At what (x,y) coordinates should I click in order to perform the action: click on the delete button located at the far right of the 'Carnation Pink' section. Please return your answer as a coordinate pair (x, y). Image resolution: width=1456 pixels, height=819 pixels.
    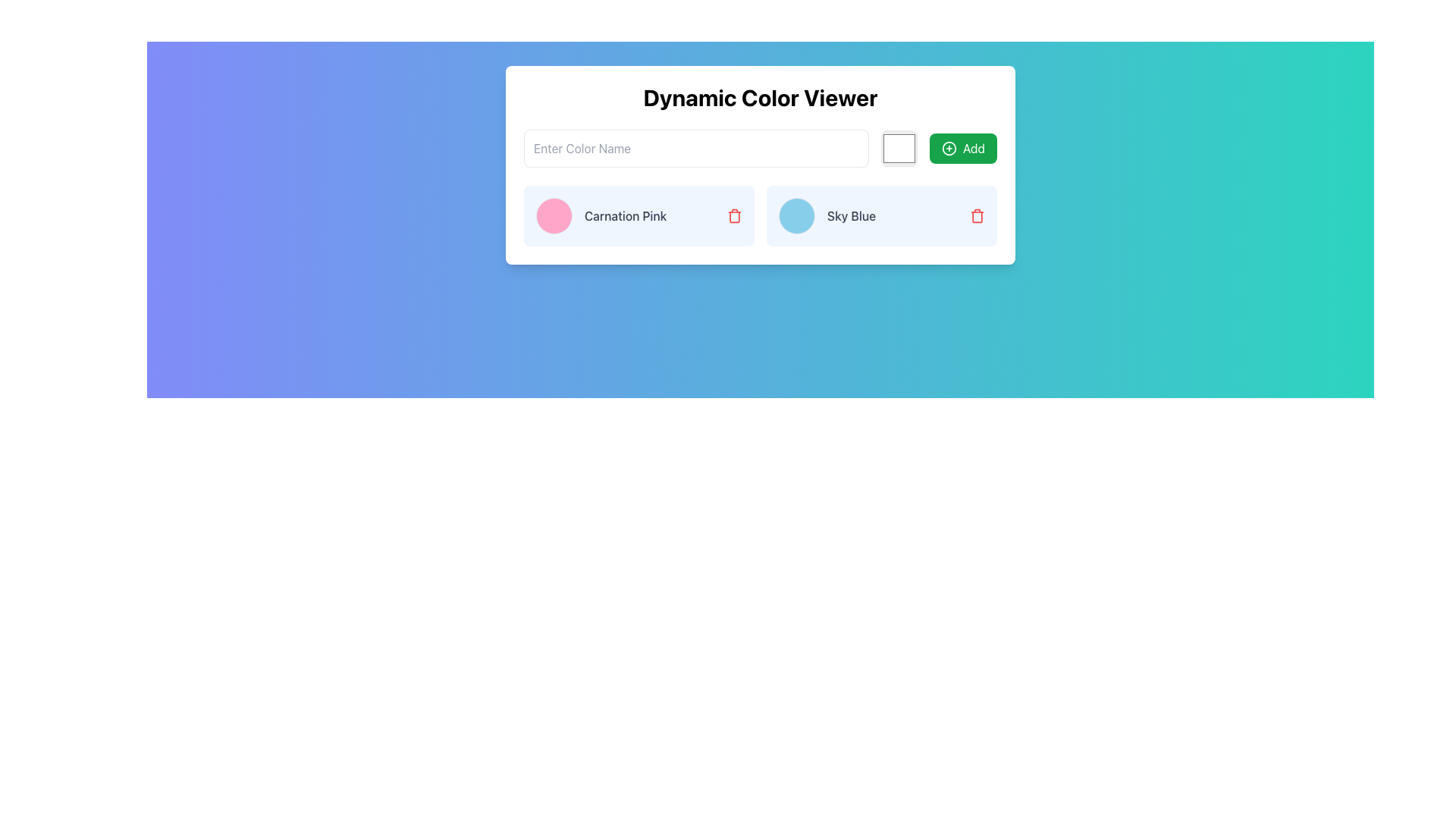
    Looking at the image, I should click on (735, 216).